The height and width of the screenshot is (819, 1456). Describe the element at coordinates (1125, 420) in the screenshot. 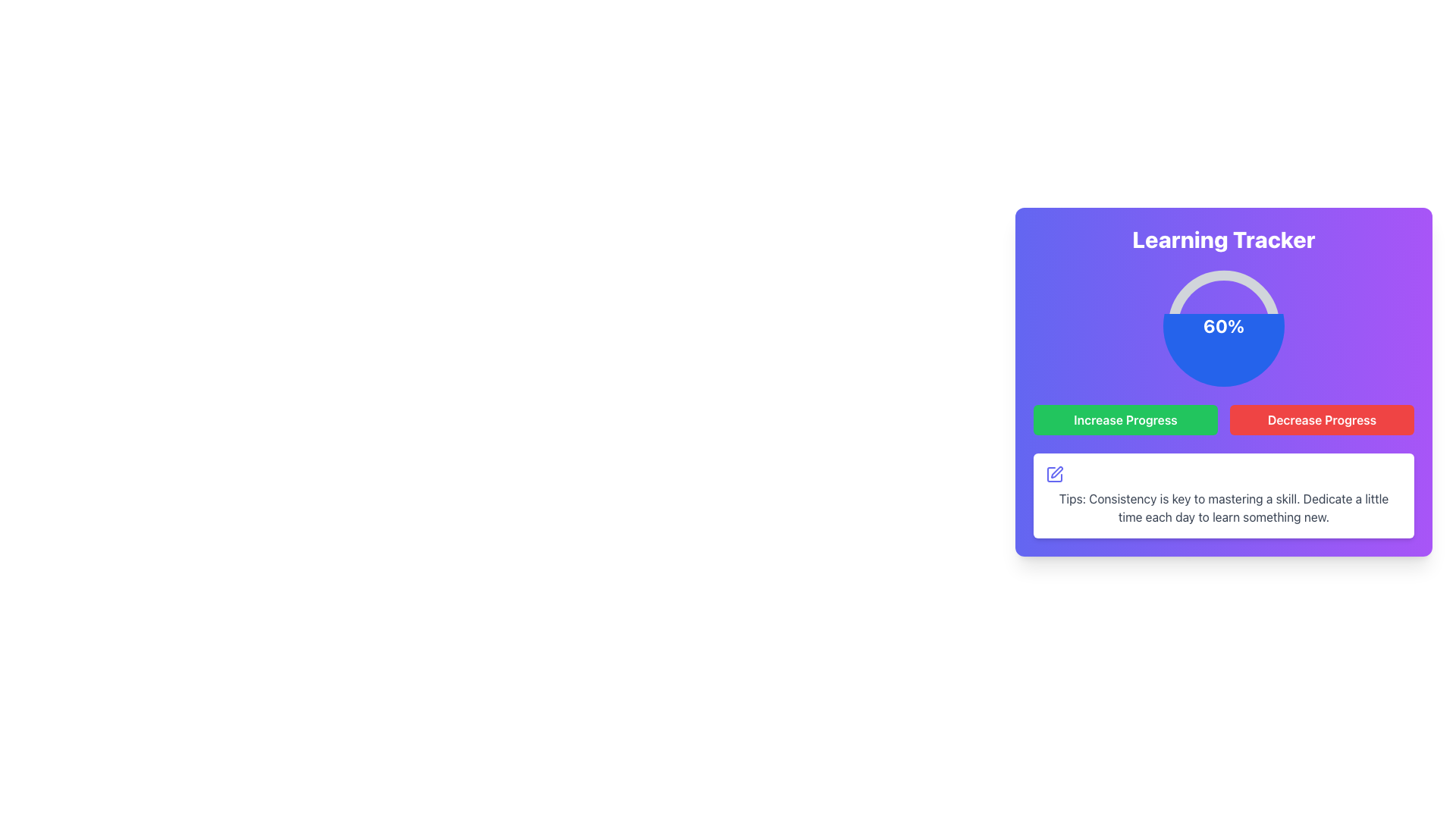

I see `the green button labeled 'Increase Progress'` at that location.